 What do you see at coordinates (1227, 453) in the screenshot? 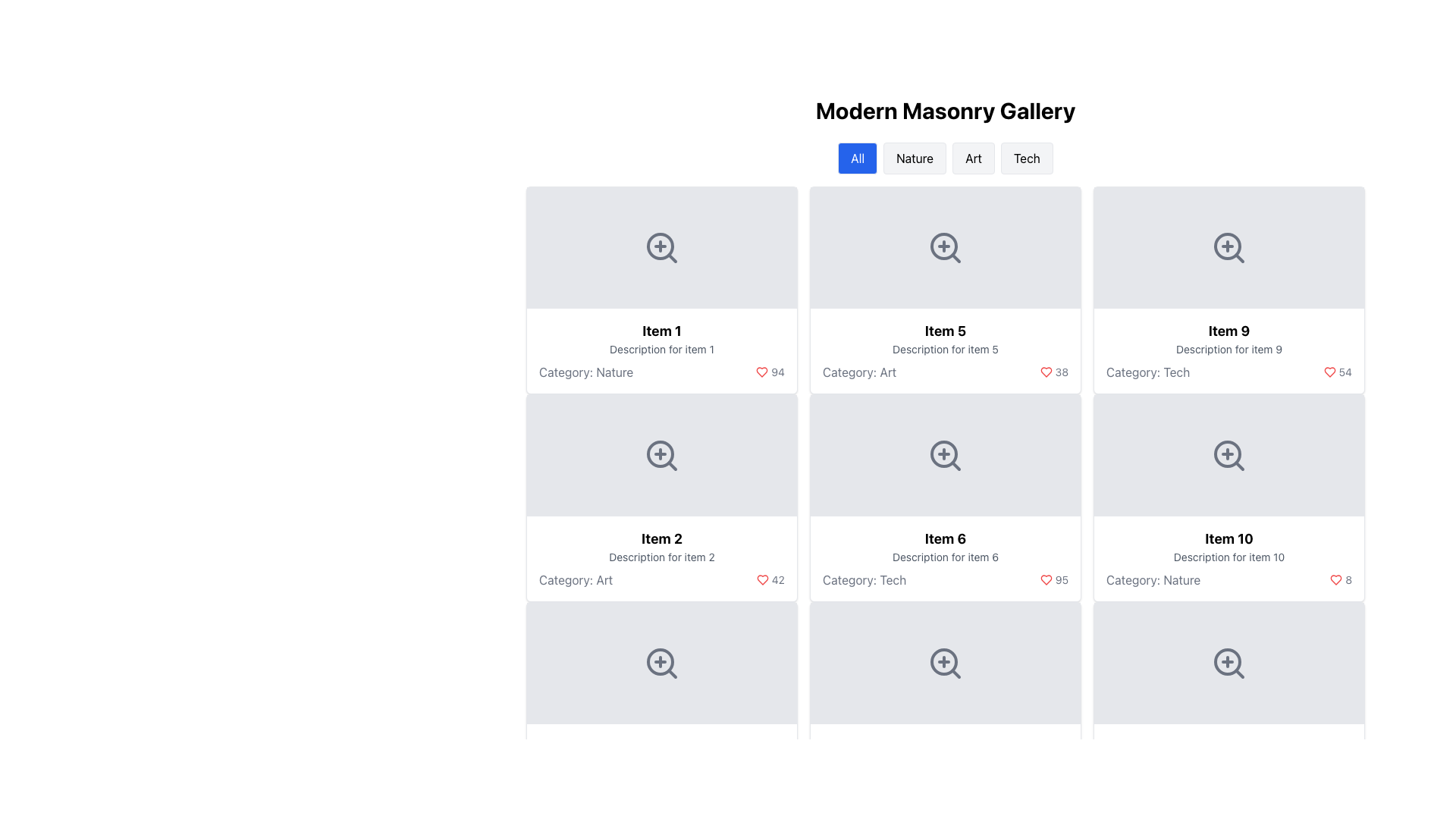
I see `the circular zoom icon located in the ninth card of the grid layout` at bounding box center [1227, 453].